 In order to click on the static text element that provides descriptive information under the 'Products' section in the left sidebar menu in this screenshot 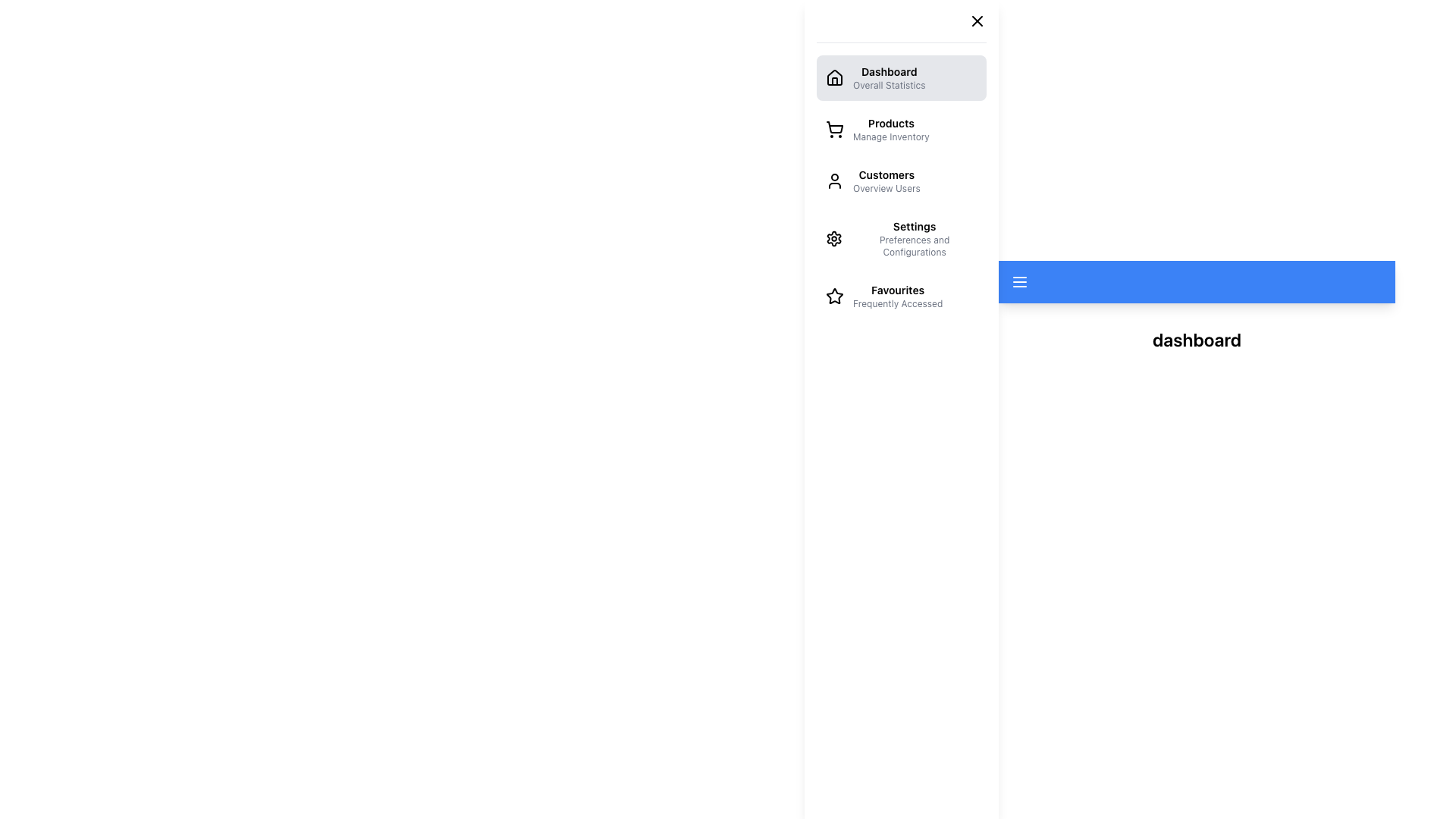, I will do `click(891, 137)`.